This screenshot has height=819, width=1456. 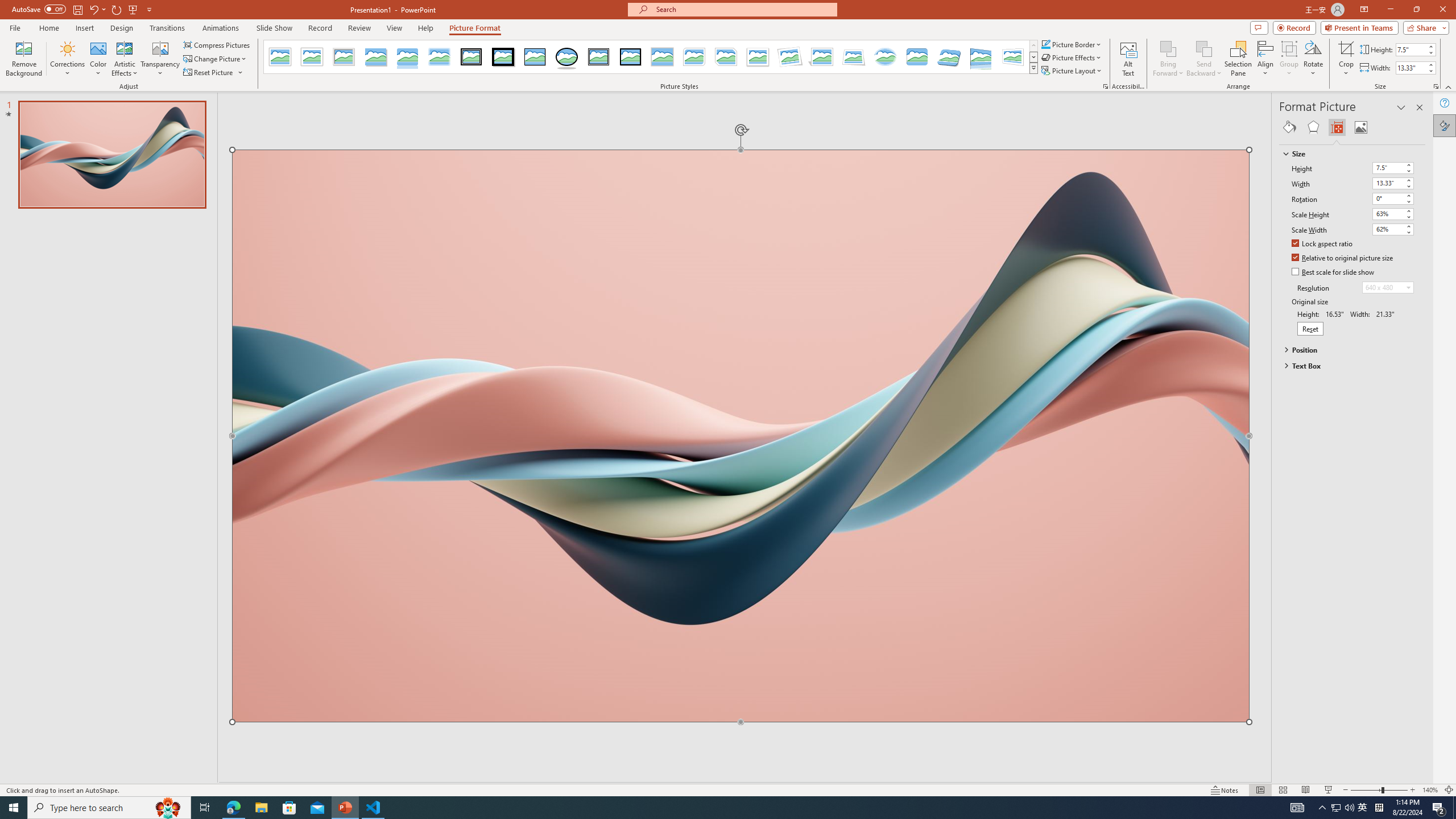 What do you see at coordinates (1342, 258) in the screenshot?
I see `'Relative to original picture size'` at bounding box center [1342, 258].